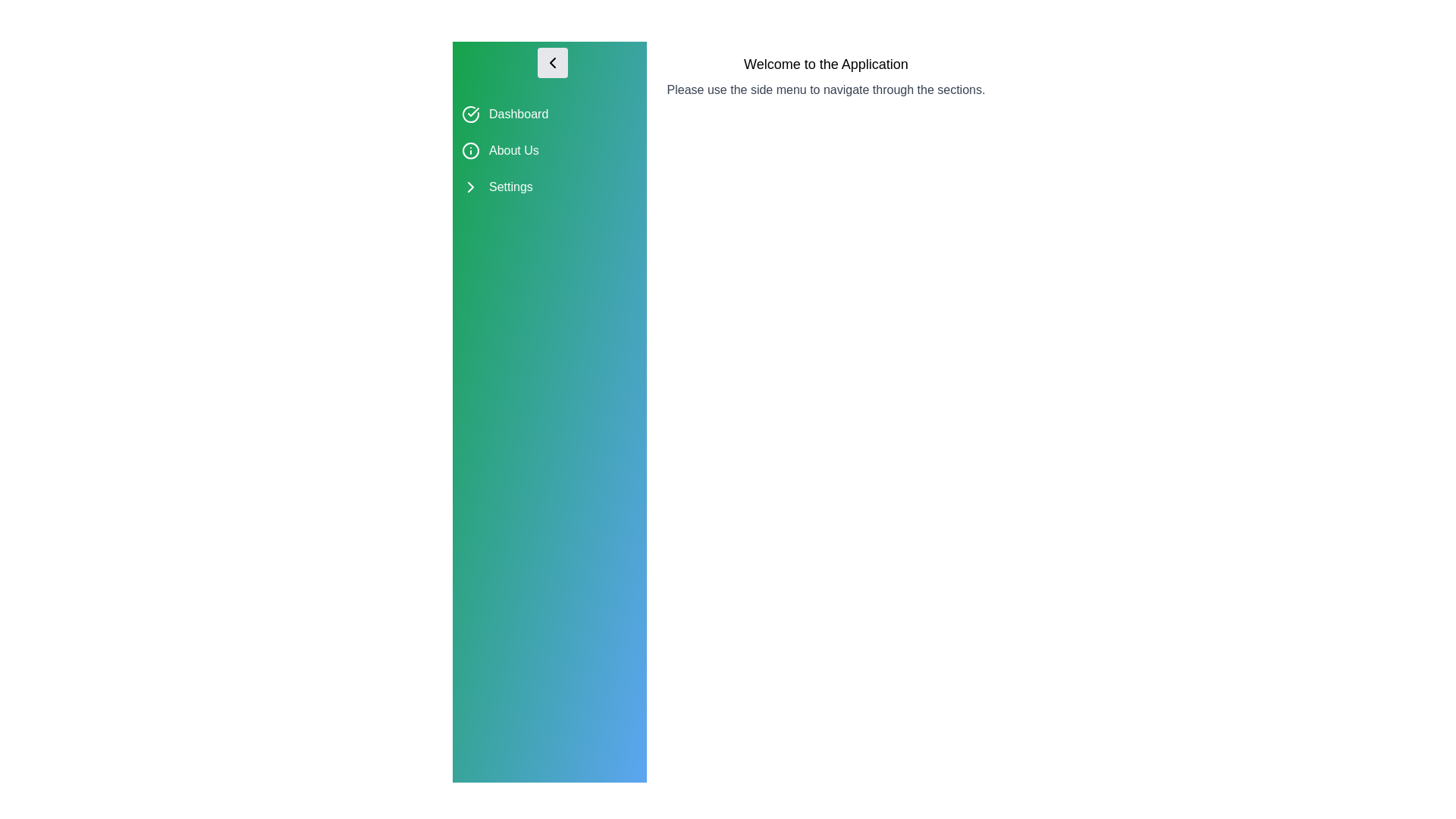  What do you see at coordinates (548, 113) in the screenshot?
I see `the menu item Dashboard to select it` at bounding box center [548, 113].